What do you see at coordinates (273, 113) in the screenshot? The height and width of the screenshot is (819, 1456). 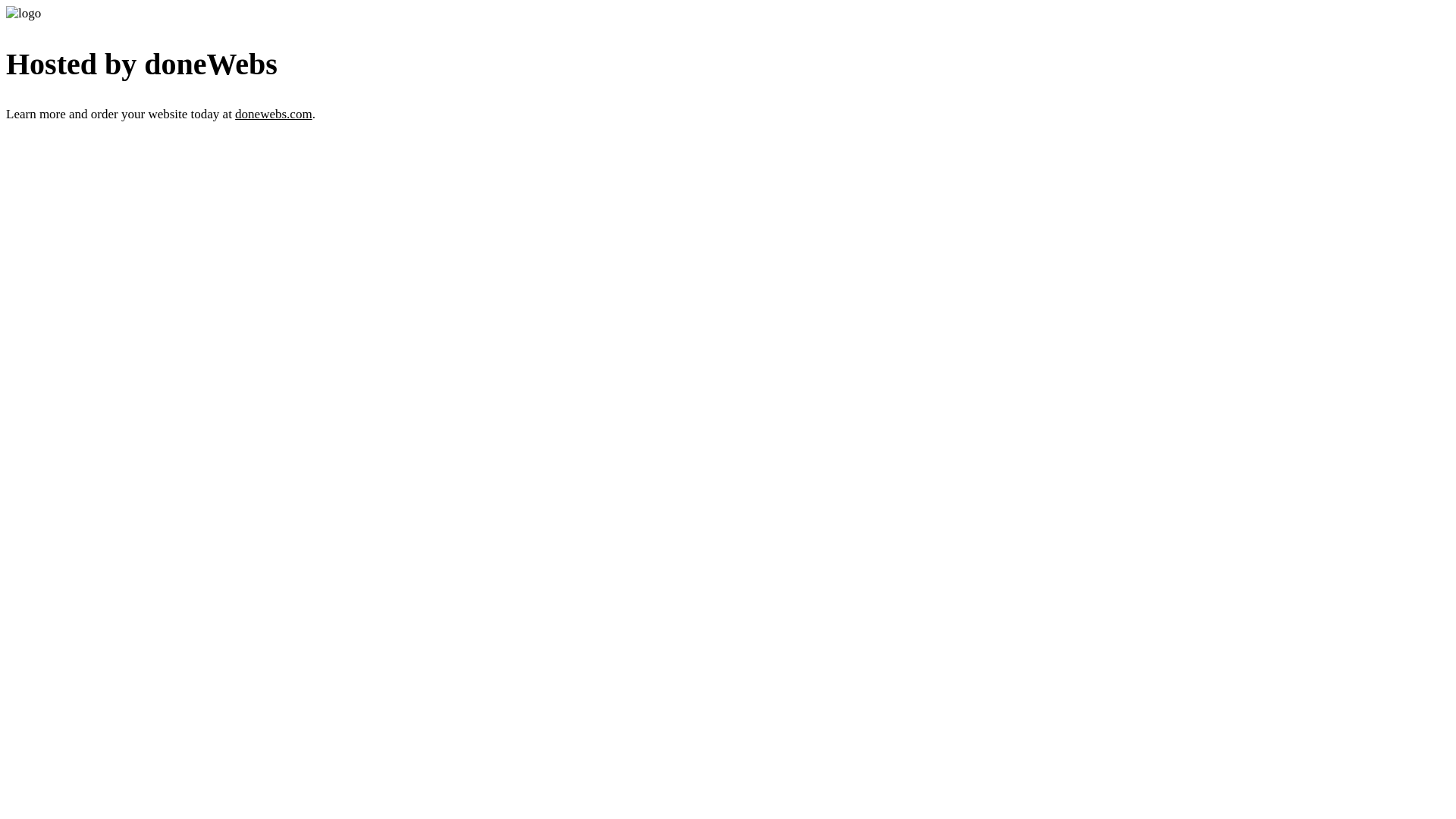 I see `'donewebs.com'` at bounding box center [273, 113].